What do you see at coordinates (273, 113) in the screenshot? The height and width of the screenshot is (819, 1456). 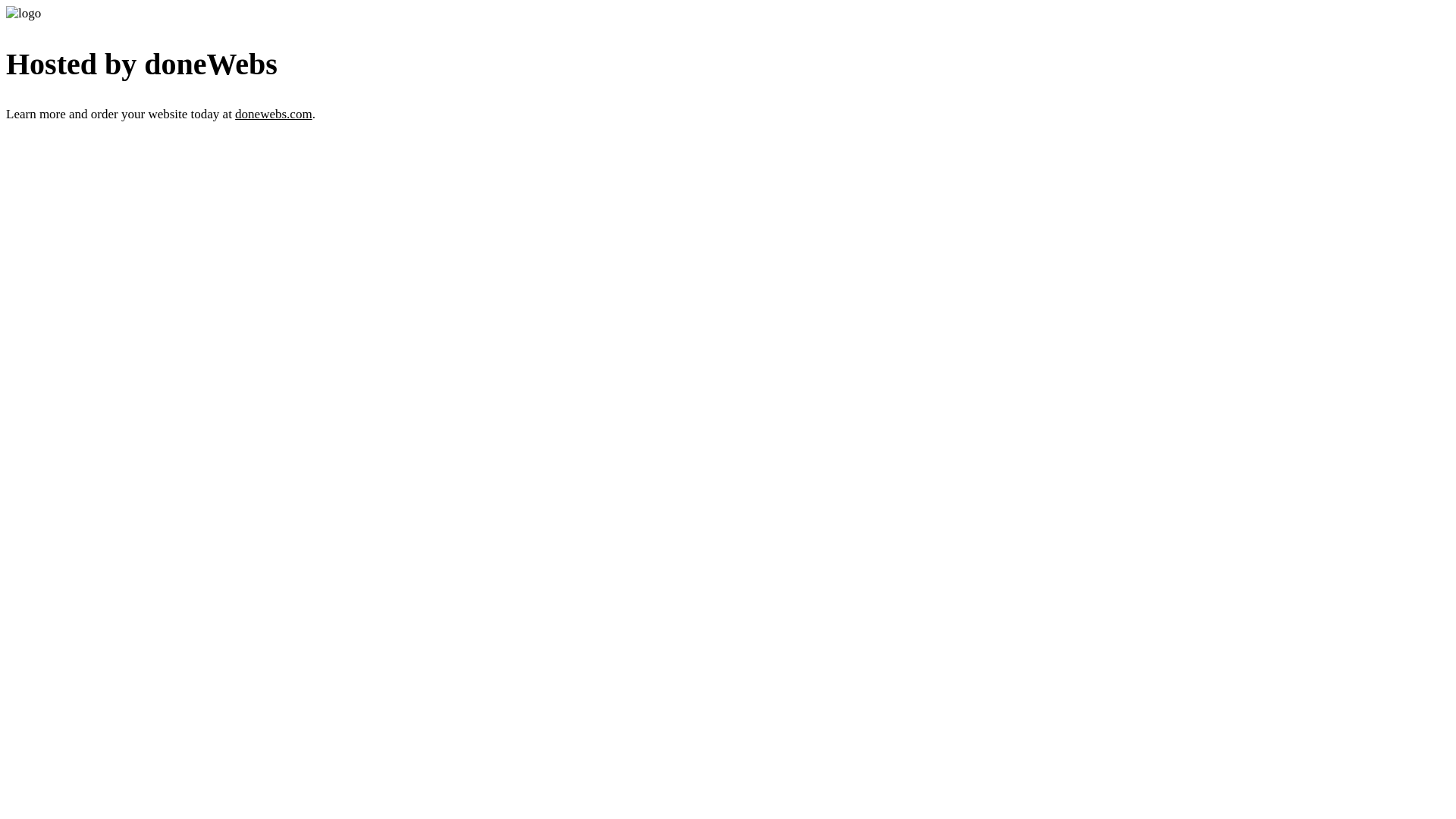 I see `'donewebs.com'` at bounding box center [273, 113].